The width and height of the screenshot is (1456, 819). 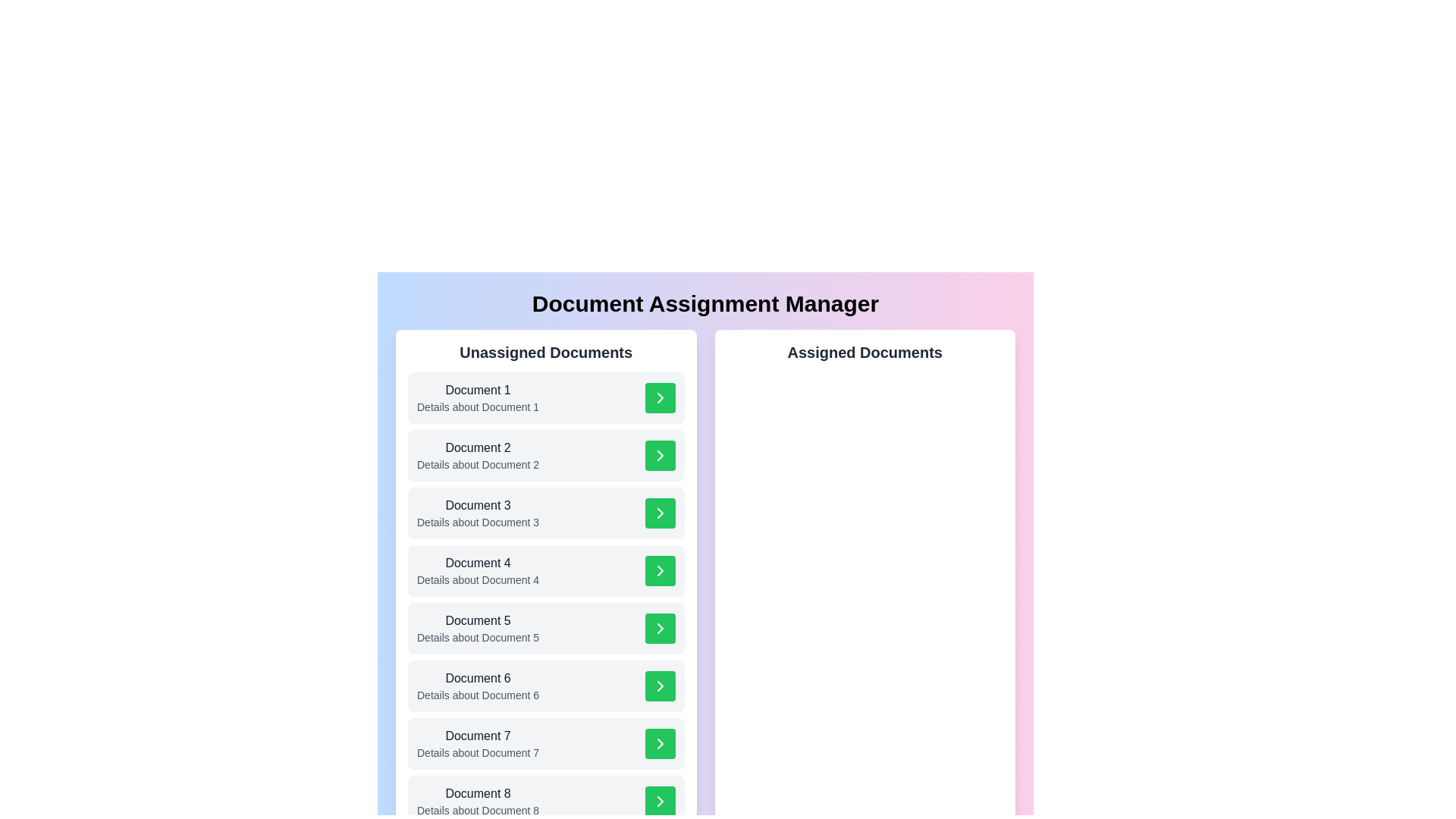 I want to click on header label displaying 'Unassigned Documents' to understand the section's purpose, so click(x=546, y=353).